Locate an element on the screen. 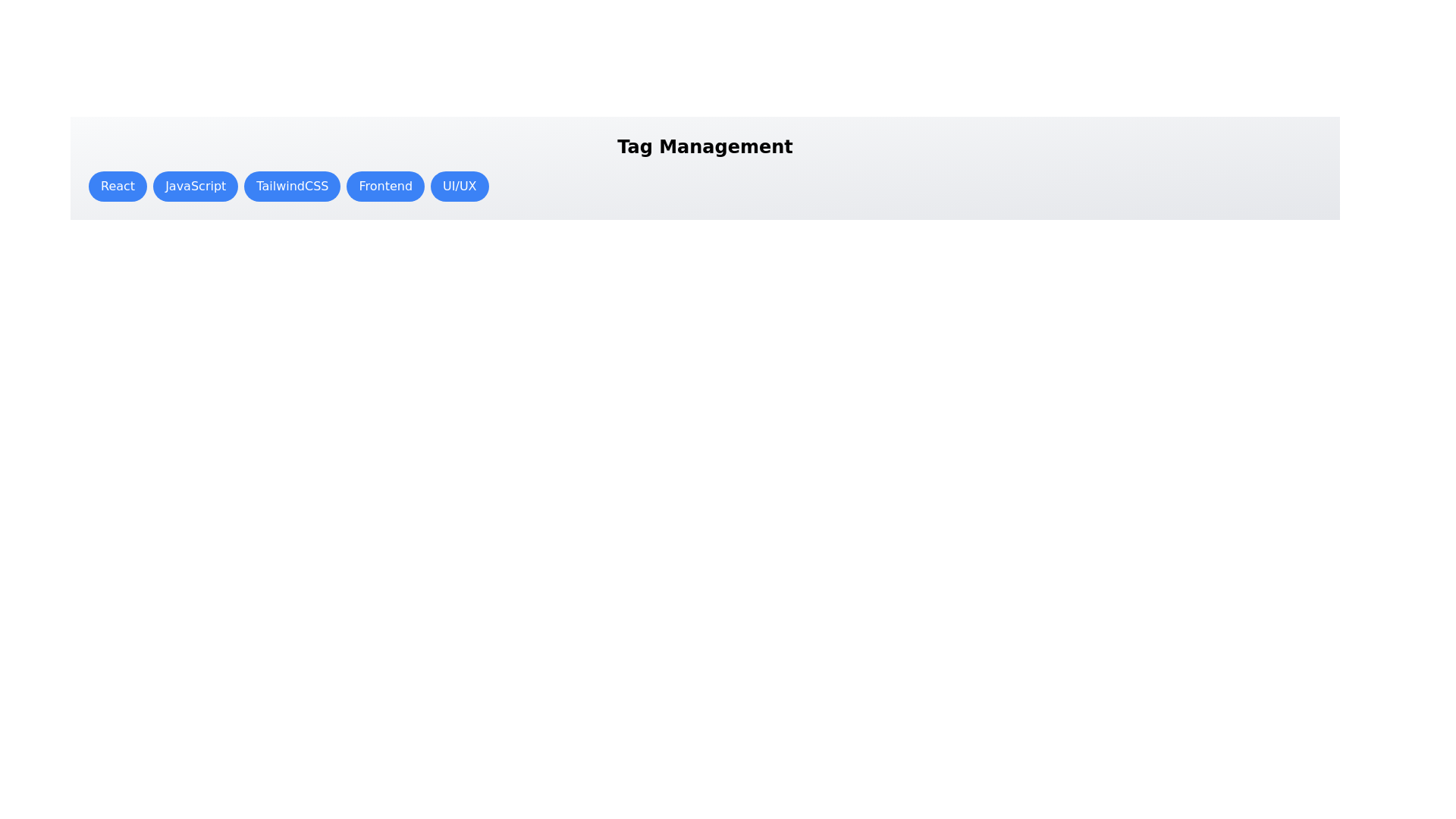  the tag button labeled React is located at coordinates (117, 186).